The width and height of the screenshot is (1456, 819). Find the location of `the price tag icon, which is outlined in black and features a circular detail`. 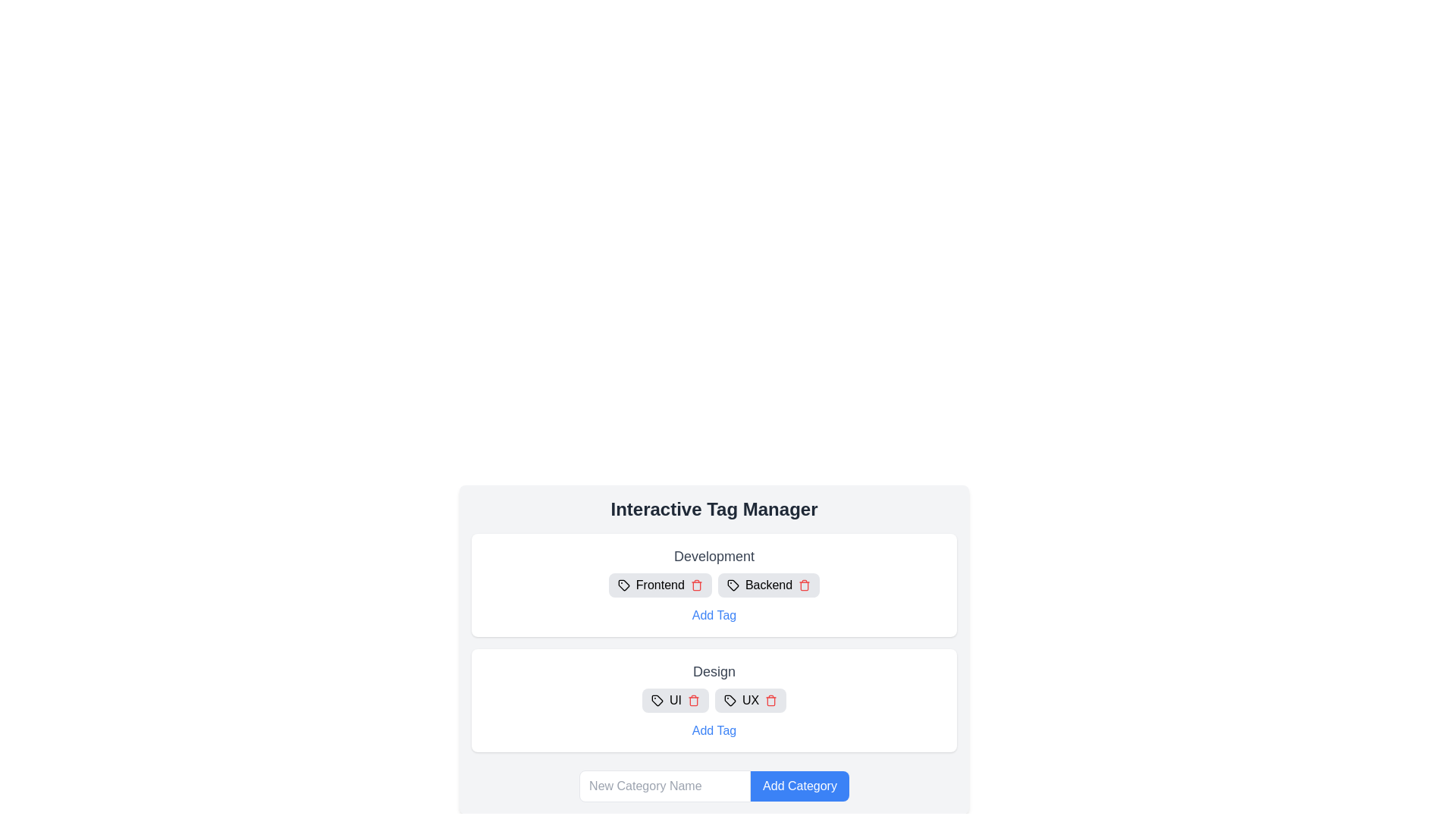

the price tag icon, which is outlined in black and features a circular detail is located at coordinates (730, 701).